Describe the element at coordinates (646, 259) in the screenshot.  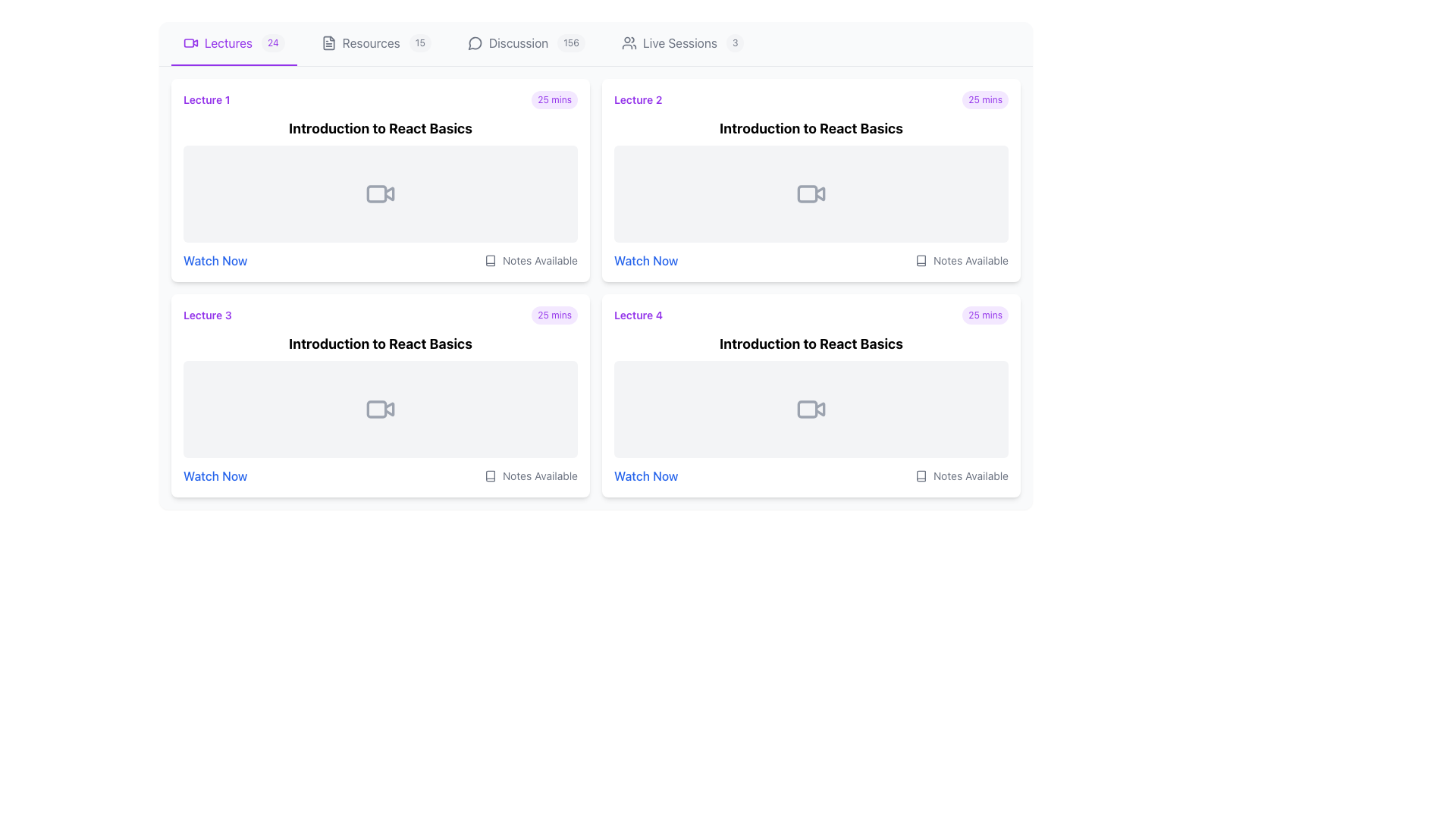
I see `the 'Watch Now' hyperlink, which is styled in blue and located in the upper-right card labeled 'Lecture 2', to observe its hover effect` at that location.